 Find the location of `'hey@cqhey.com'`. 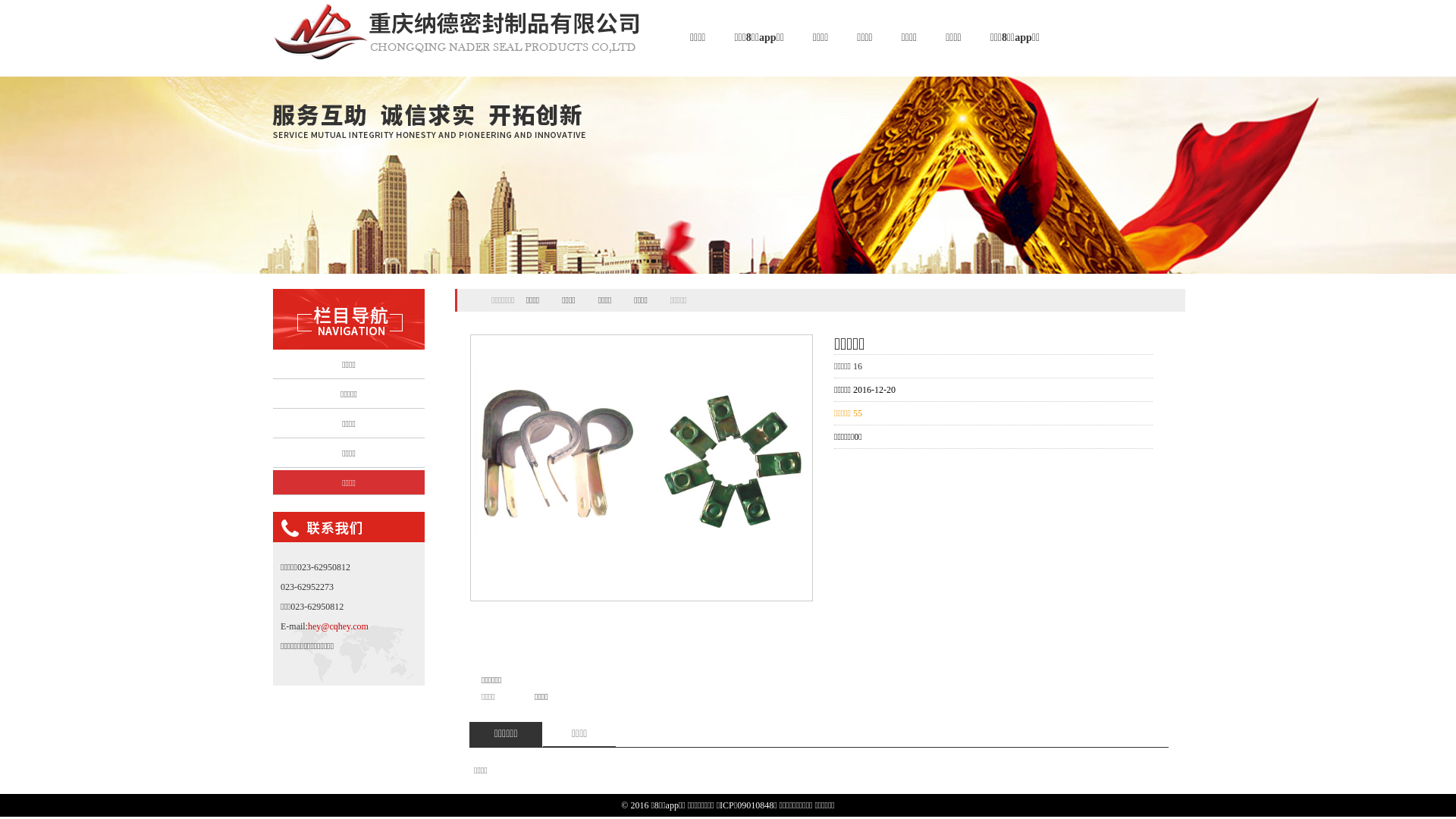

'hey@cqhey.com' is located at coordinates (337, 626).